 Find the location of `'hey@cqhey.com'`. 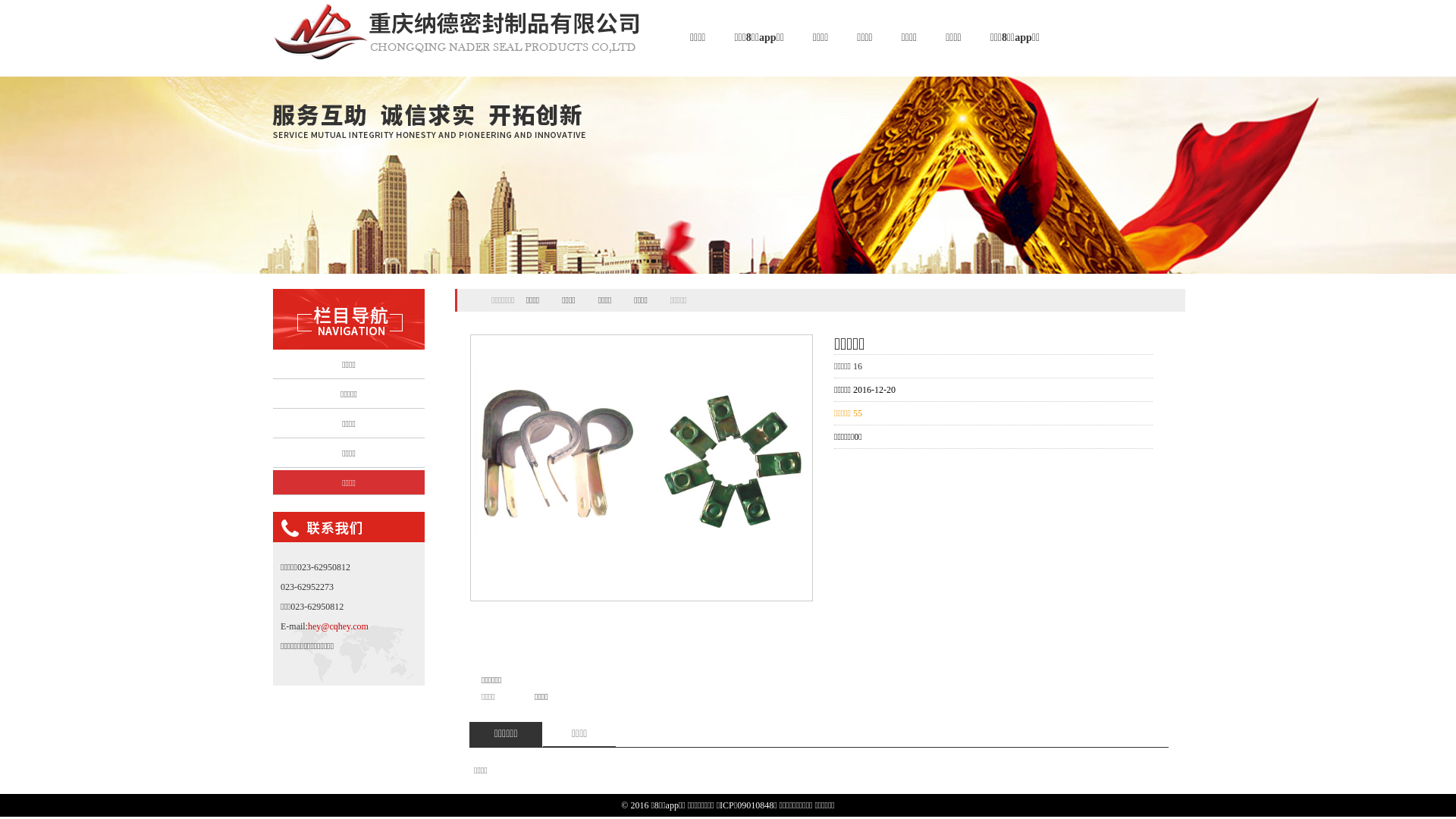

'hey@cqhey.com' is located at coordinates (337, 626).